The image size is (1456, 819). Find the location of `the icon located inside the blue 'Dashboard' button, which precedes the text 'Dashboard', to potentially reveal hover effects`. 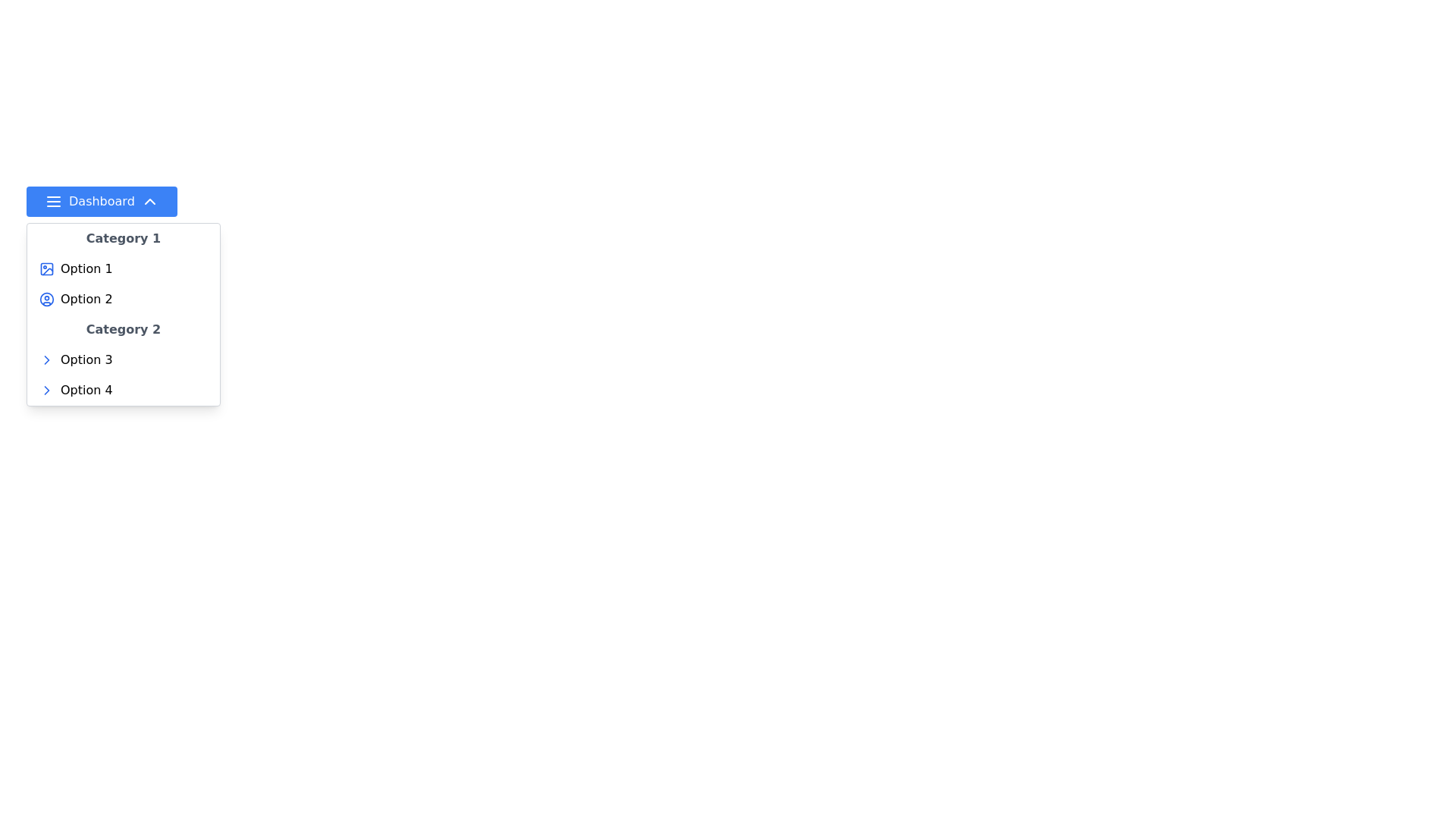

the icon located inside the blue 'Dashboard' button, which precedes the text 'Dashboard', to potentially reveal hover effects is located at coordinates (54, 201).